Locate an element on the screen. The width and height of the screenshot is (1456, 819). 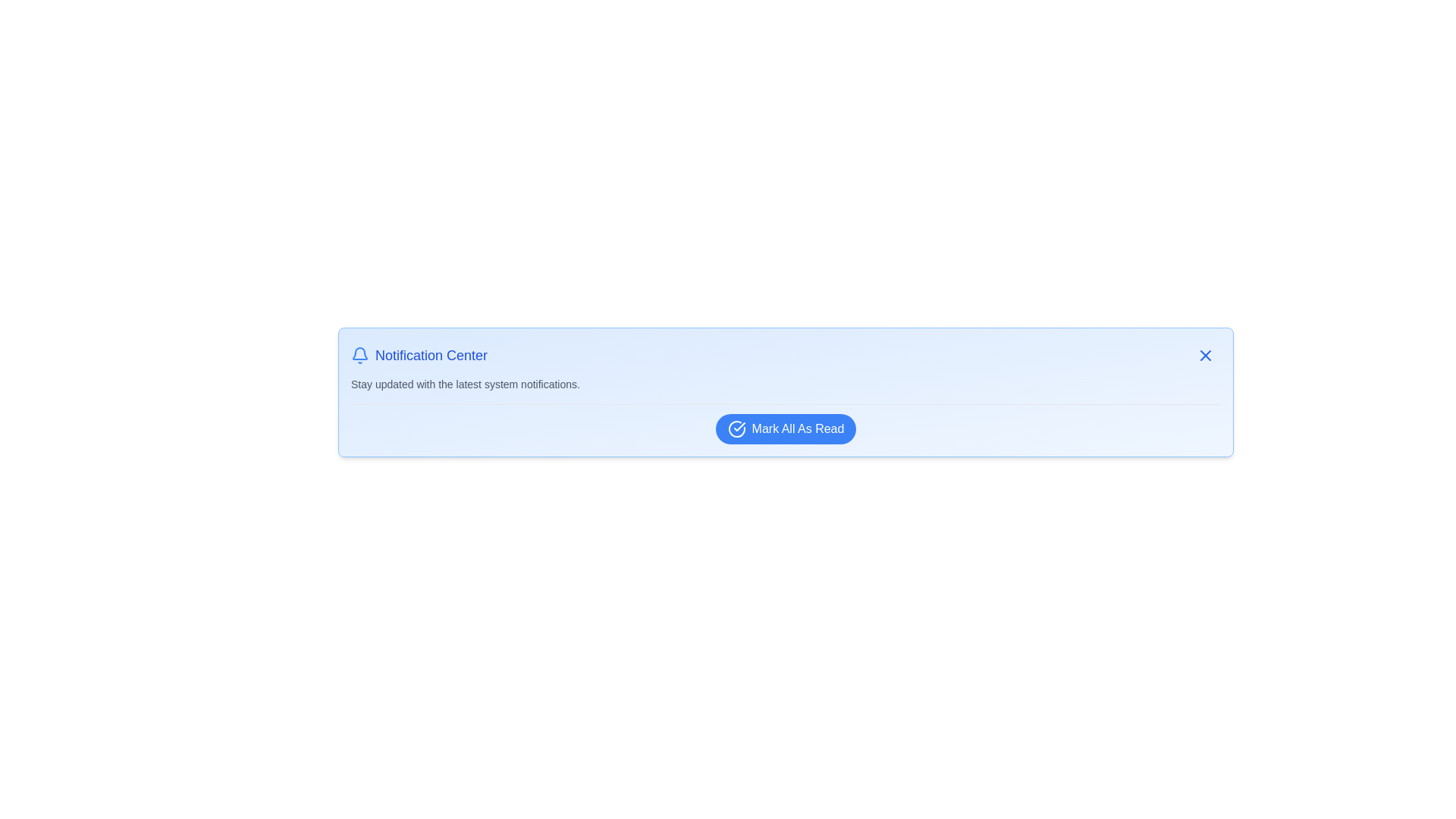
the blue bell-shaped icon located in the notification section, next to the 'Notification Center' text is located at coordinates (359, 353).